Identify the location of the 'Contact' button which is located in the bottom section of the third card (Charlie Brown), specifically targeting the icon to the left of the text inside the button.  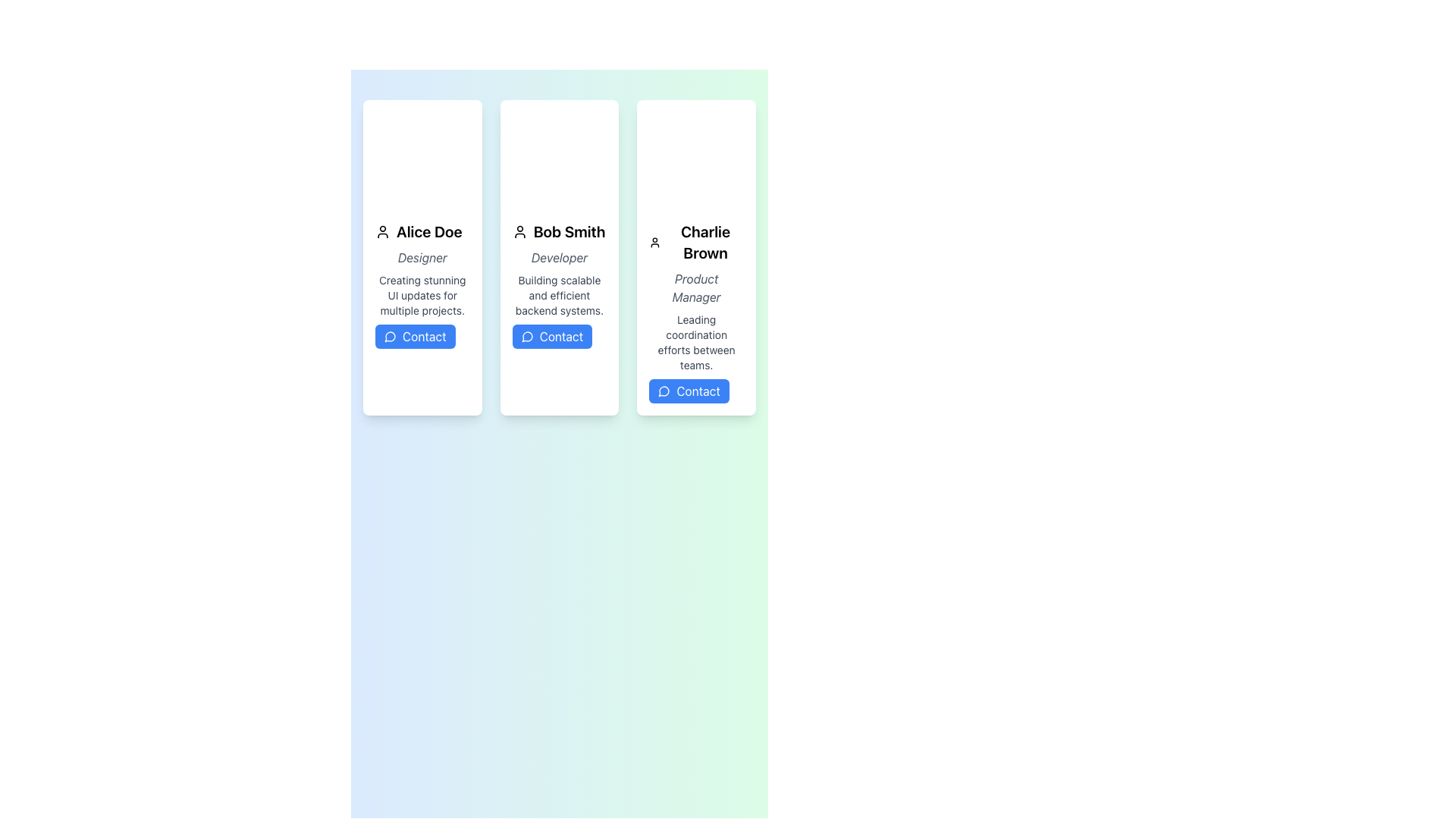
(664, 391).